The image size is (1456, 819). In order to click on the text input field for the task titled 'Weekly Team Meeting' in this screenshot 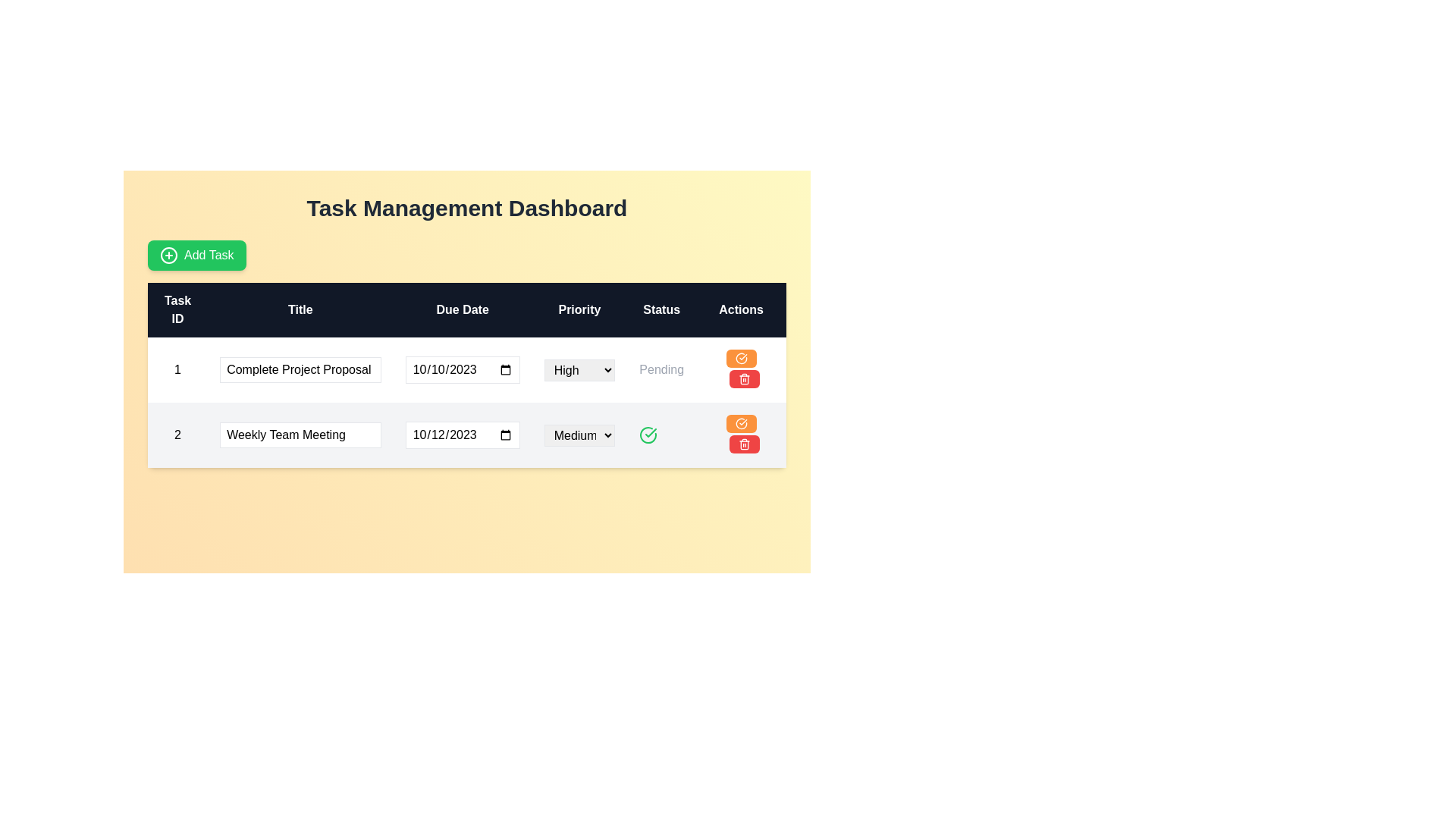, I will do `click(300, 435)`.